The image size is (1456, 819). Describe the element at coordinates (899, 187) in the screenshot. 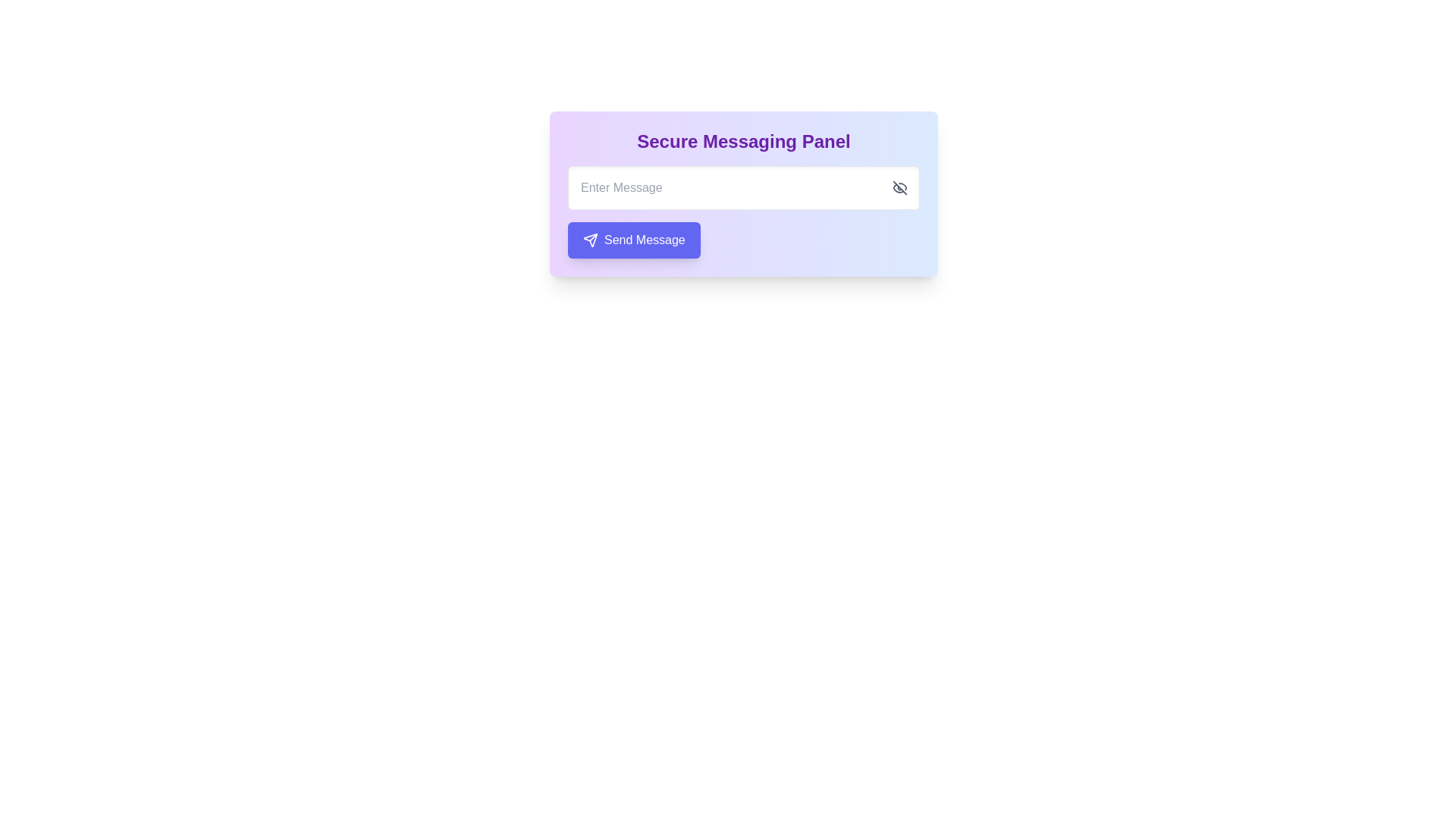

I see `the toggle visibility button located at the right end of the password input field` at that location.